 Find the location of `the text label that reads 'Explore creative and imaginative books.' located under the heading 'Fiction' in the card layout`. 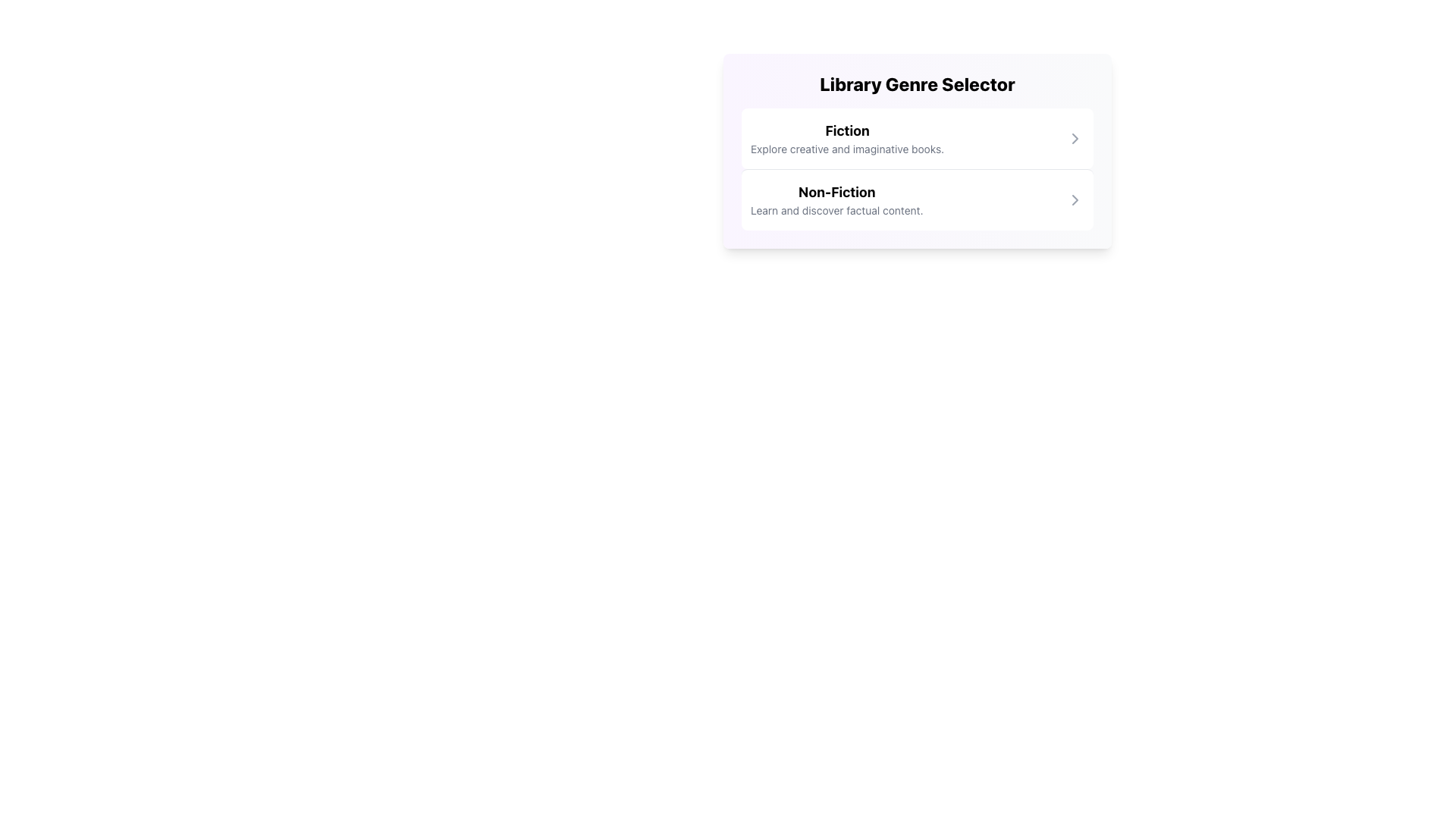

the text label that reads 'Explore creative and imaginative books.' located under the heading 'Fiction' in the card layout is located at coordinates (846, 149).